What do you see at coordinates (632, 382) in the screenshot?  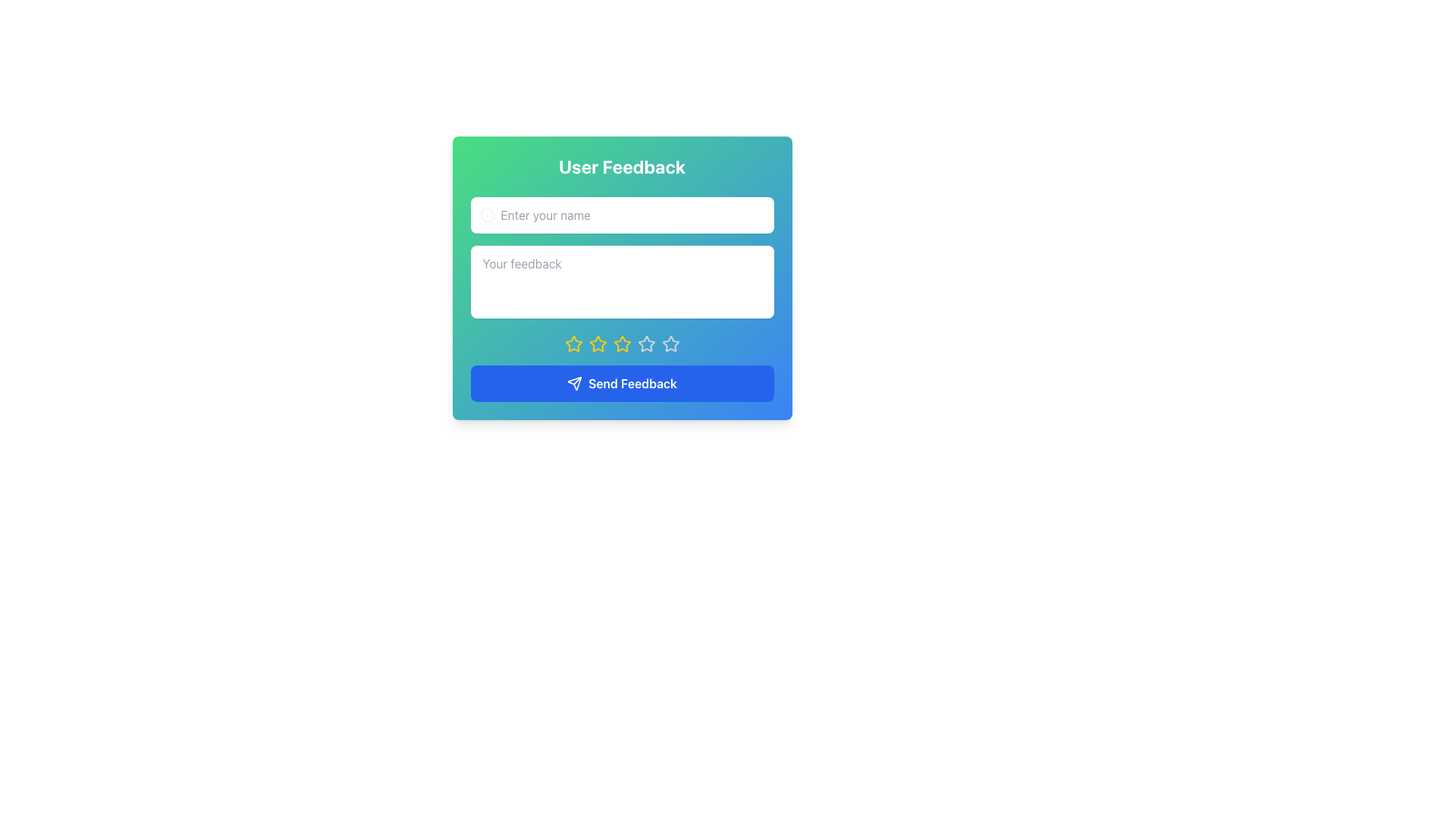 I see `the 'Send Feedback' button which contains the text label 'Send Feedback' in white font on a blue background` at bounding box center [632, 382].